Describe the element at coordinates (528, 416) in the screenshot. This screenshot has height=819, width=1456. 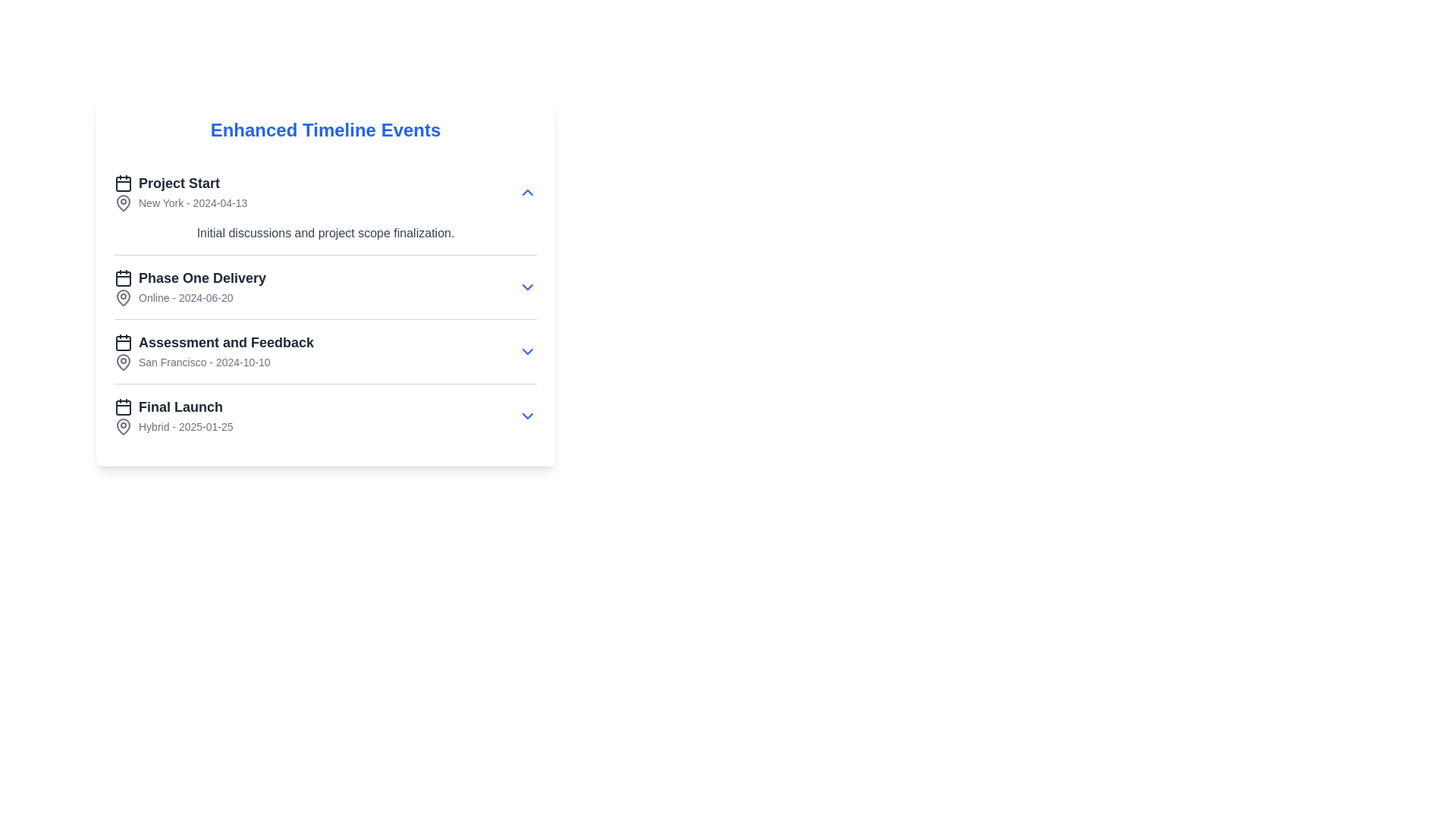
I see `the blue downward-pointing chevron arrow icon indicating a dropdown or expandable section control, located at the far-right side of the 'Final Launch Hybrid - 2025-01-25' item` at that location.